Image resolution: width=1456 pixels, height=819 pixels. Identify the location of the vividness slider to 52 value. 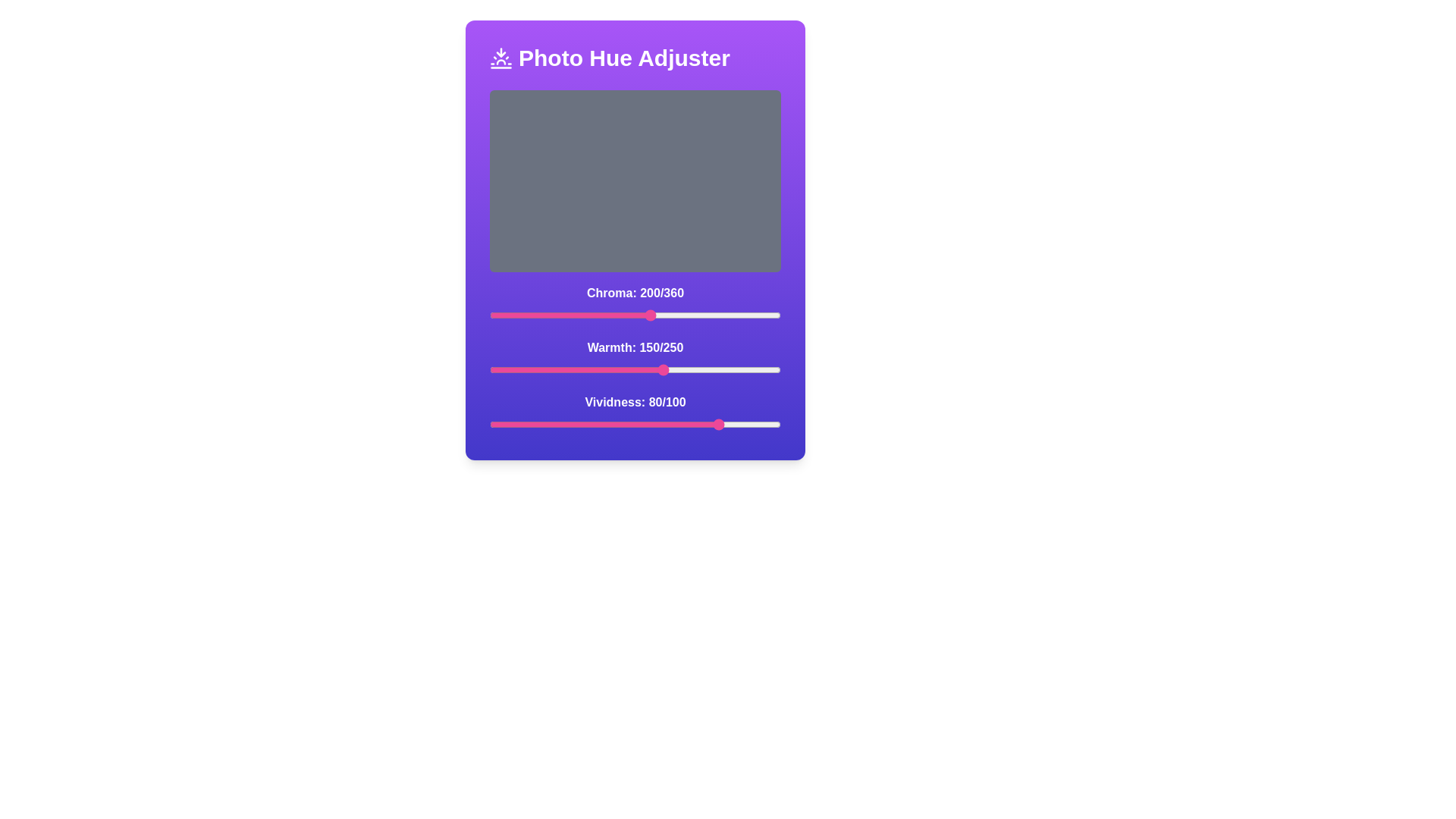
(641, 424).